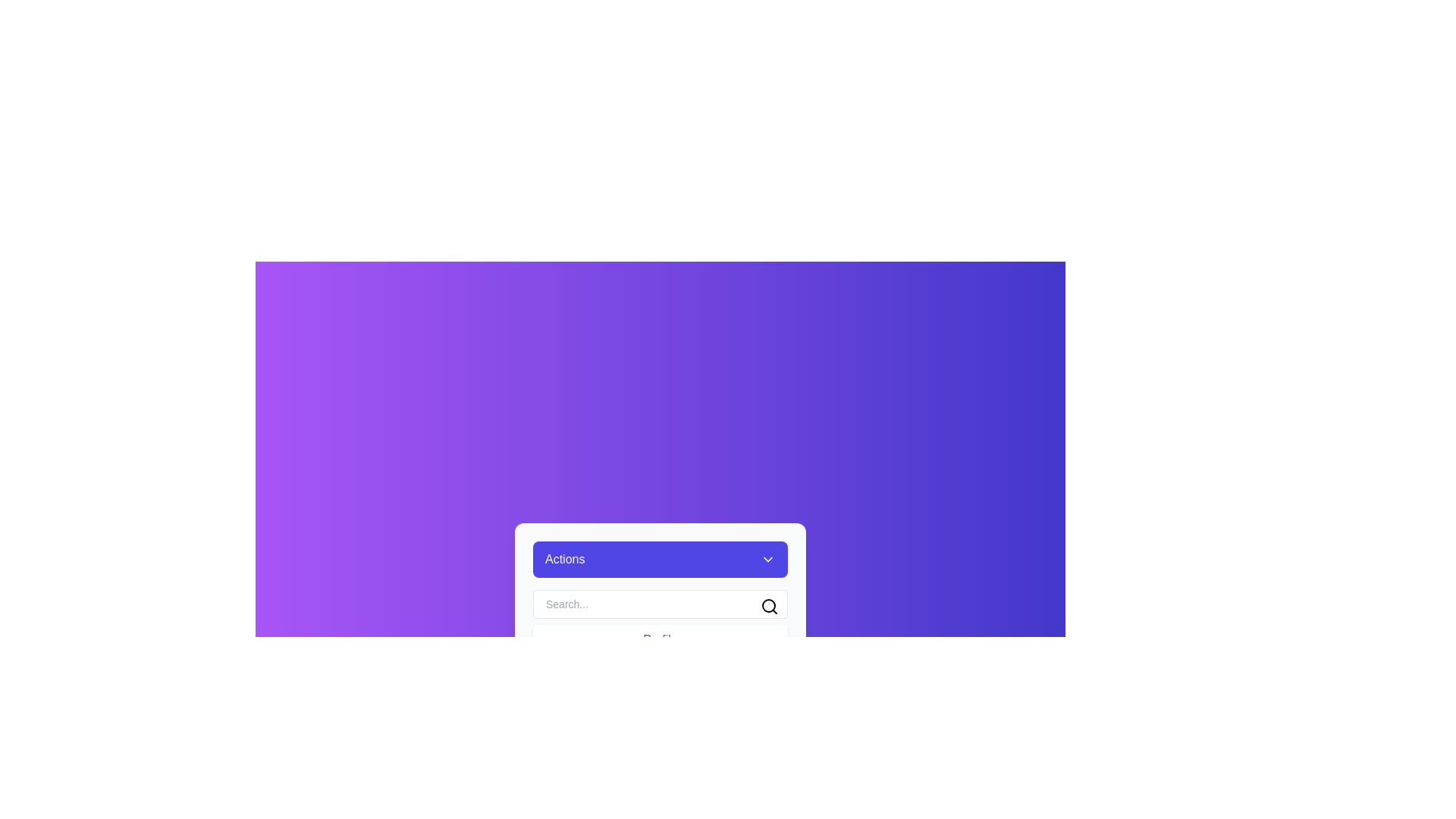 Image resolution: width=1456 pixels, height=819 pixels. I want to click on the 'Actions' button to toggle the dropdown menu, so click(660, 559).